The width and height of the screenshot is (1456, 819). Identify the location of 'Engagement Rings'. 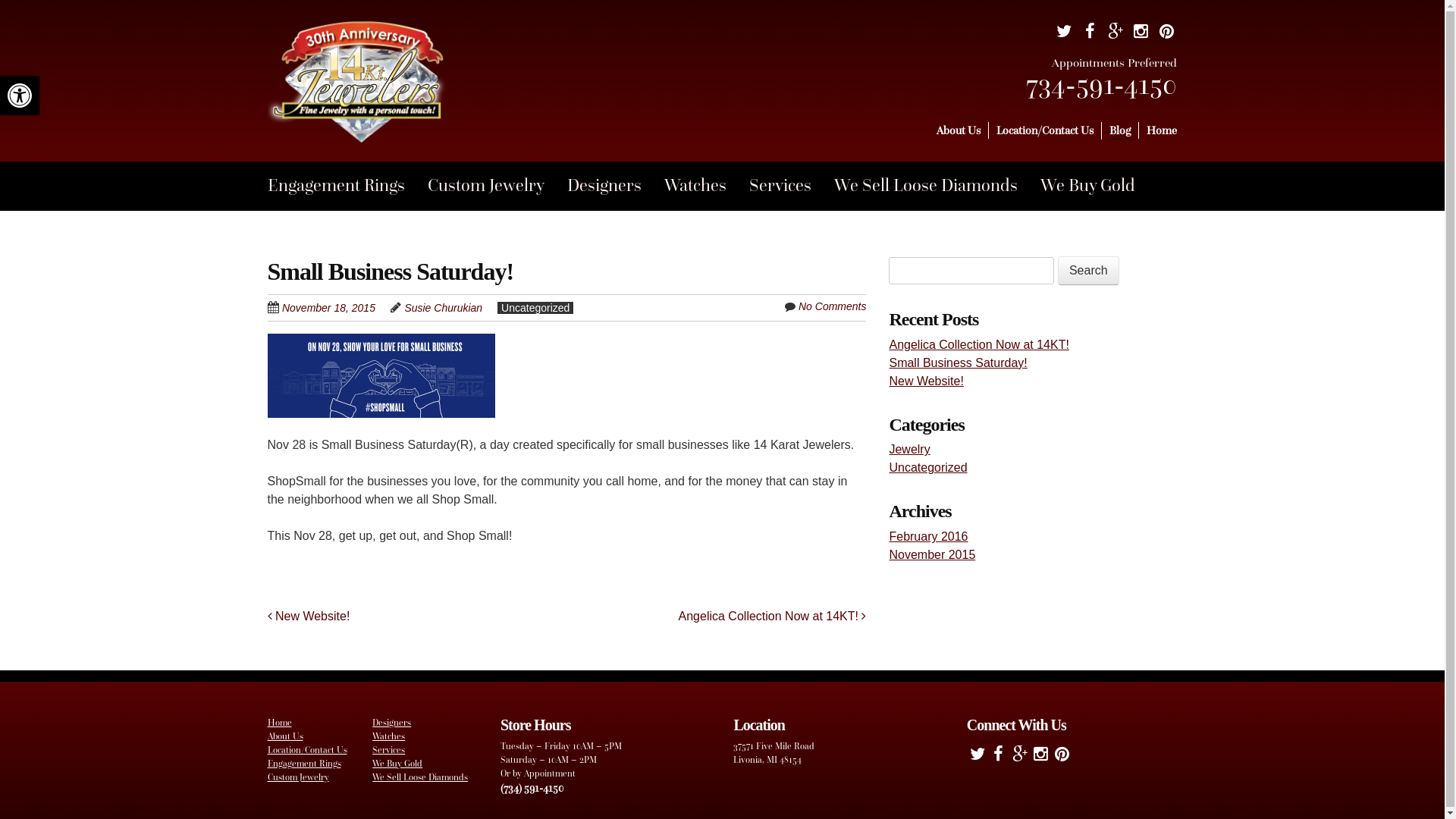
(303, 763).